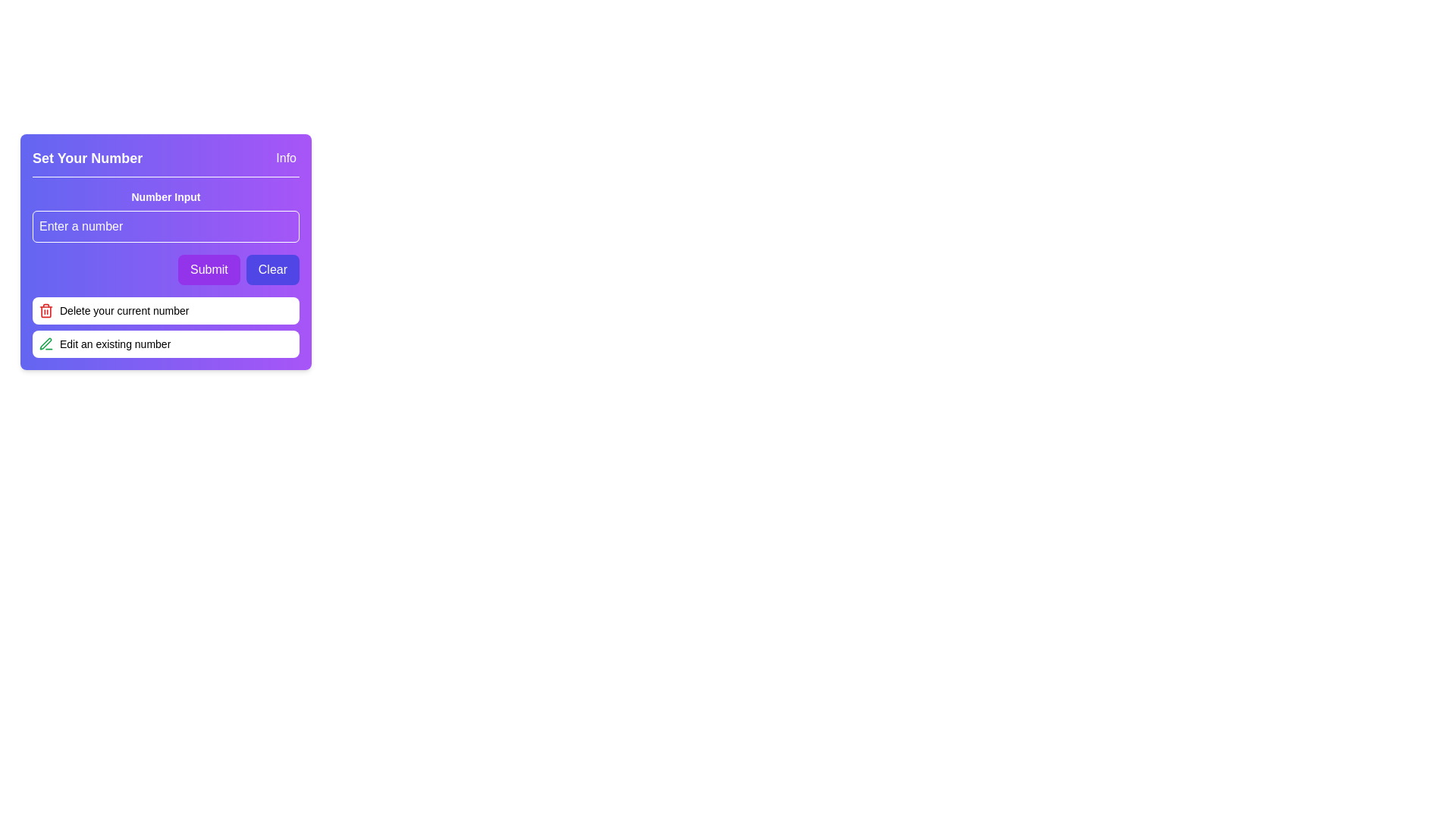 The height and width of the screenshot is (819, 1456). I want to click on the text label that reads 'Edit an existing number', which is styled with a small font size and positioned at the bottom-right corner of the application, next to a green pen icon, so click(115, 344).